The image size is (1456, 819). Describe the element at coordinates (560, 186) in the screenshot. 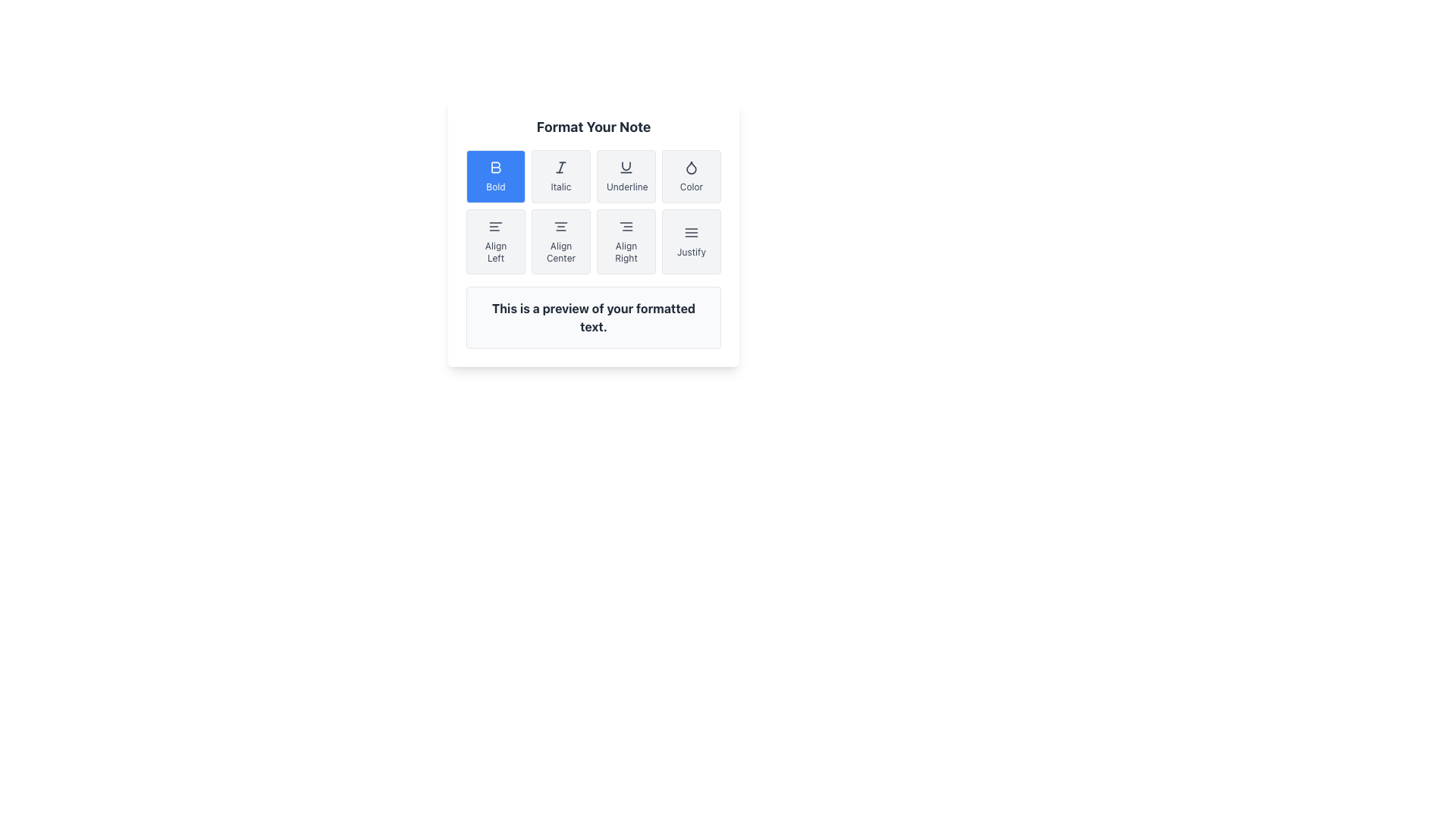

I see `text label displaying 'Italic', which is center-aligned and located below an italic icon in the formatting options section` at that location.